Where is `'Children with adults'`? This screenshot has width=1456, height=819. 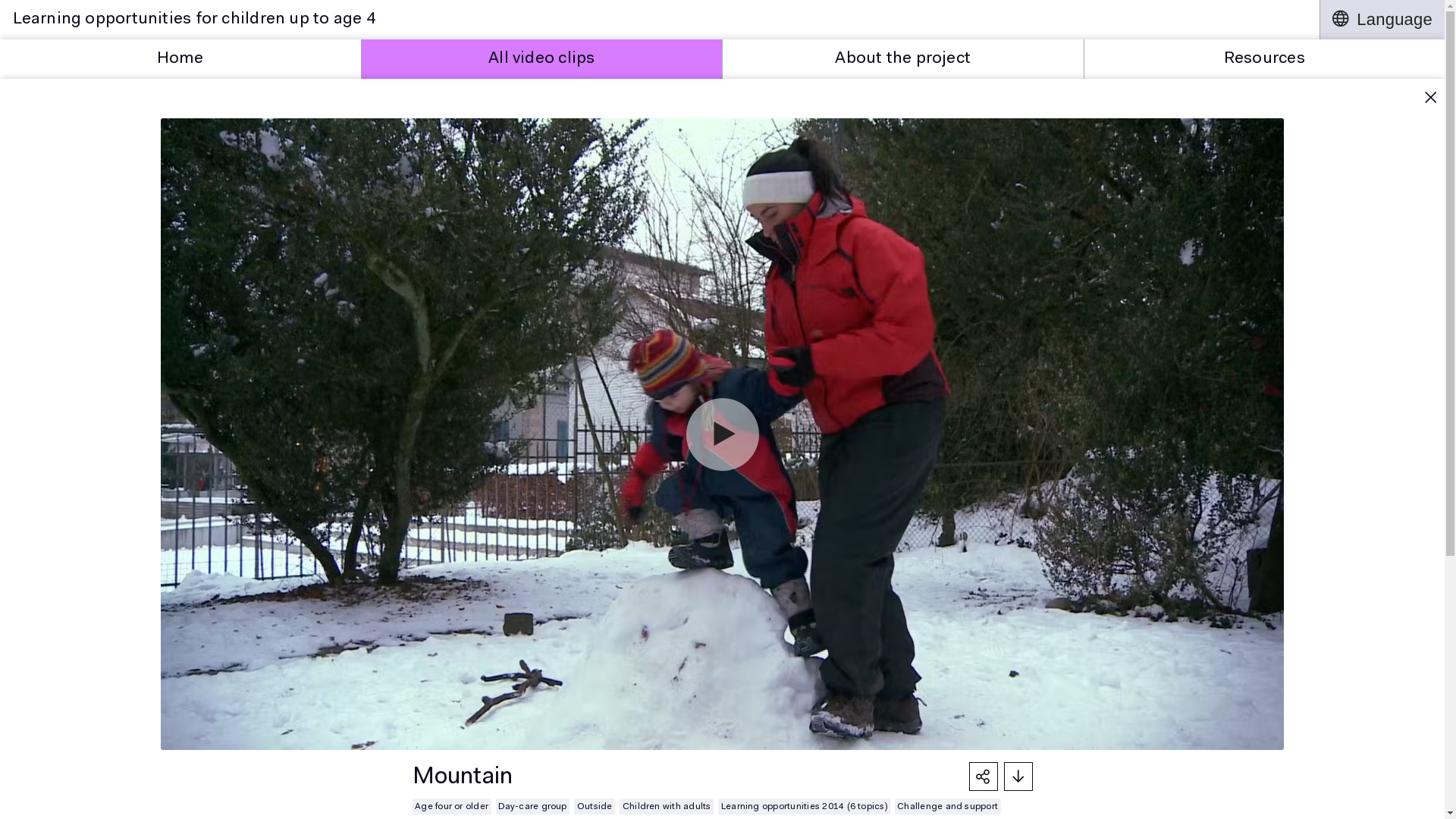 'Children with adults' is located at coordinates (666, 805).